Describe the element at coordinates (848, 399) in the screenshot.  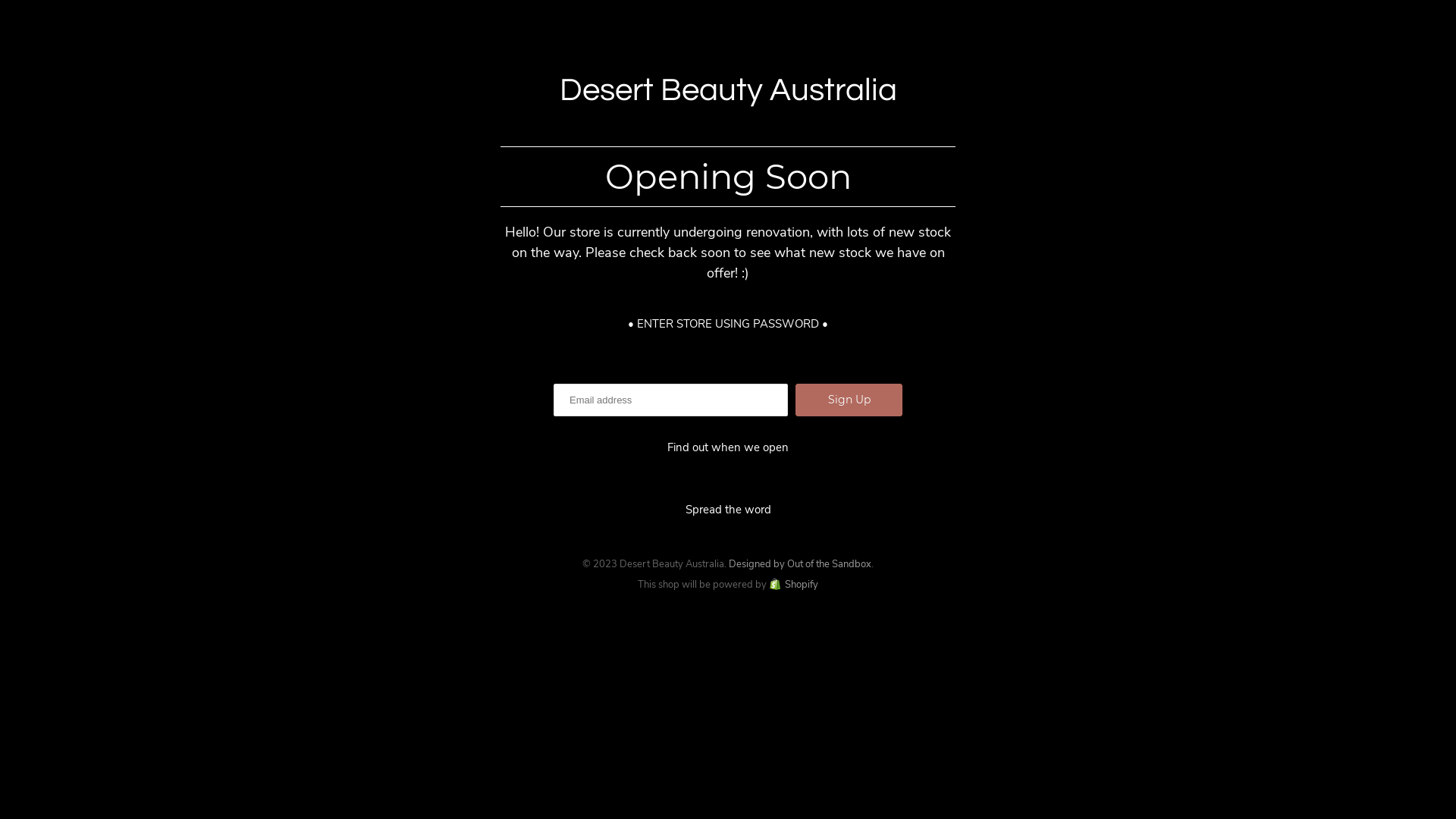
I see `'Sign Up'` at that location.